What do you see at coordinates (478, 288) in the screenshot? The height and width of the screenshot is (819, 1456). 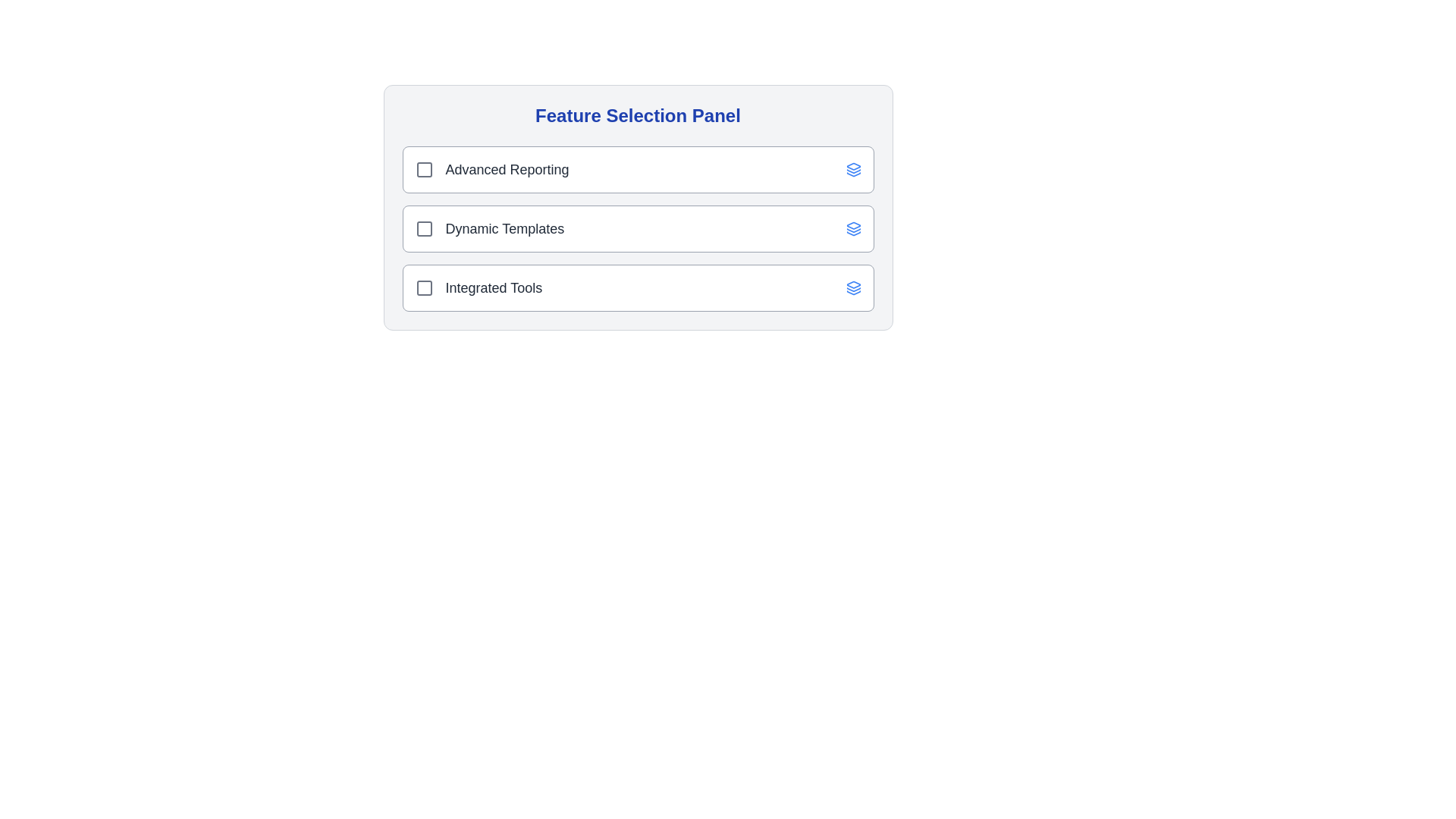 I see `the 'Integrated Tools' checkbox with text label in the 'Feature Selection Panel'` at bounding box center [478, 288].